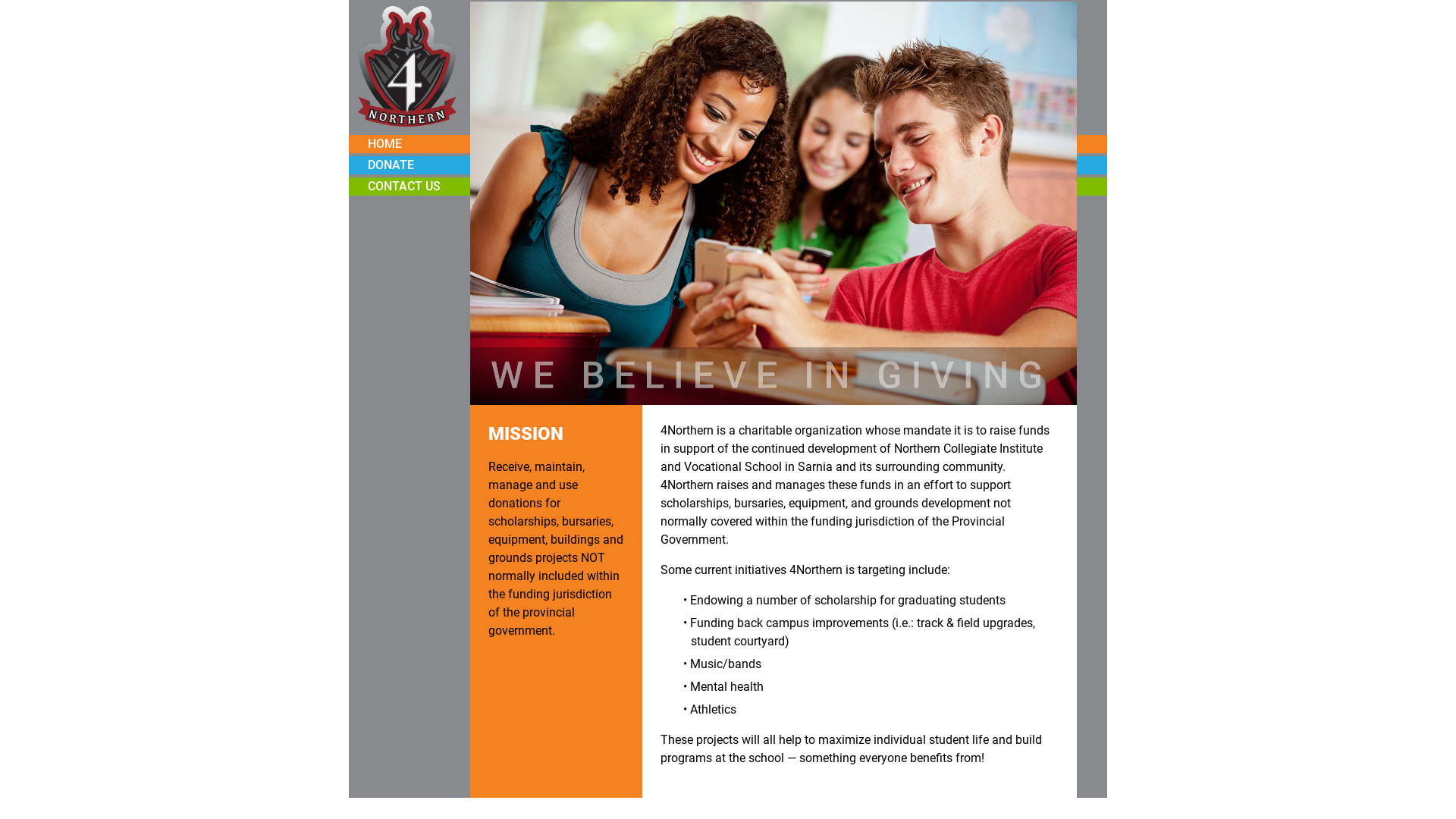 The height and width of the screenshot is (819, 1456). What do you see at coordinates (391, 165) in the screenshot?
I see `'DONATE'` at bounding box center [391, 165].